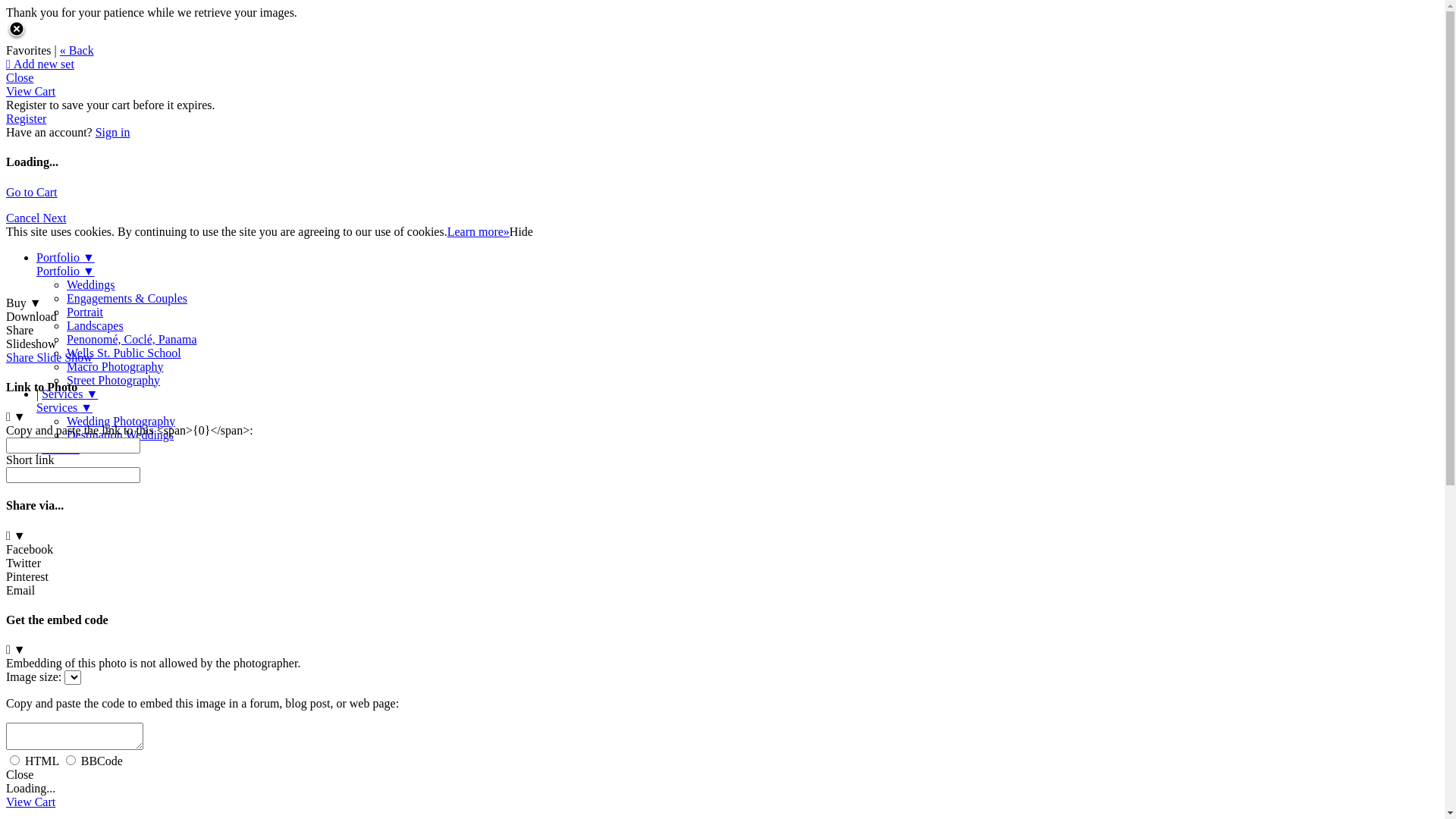  I want to click on 'Engagements & Couples', so click(127, 298).